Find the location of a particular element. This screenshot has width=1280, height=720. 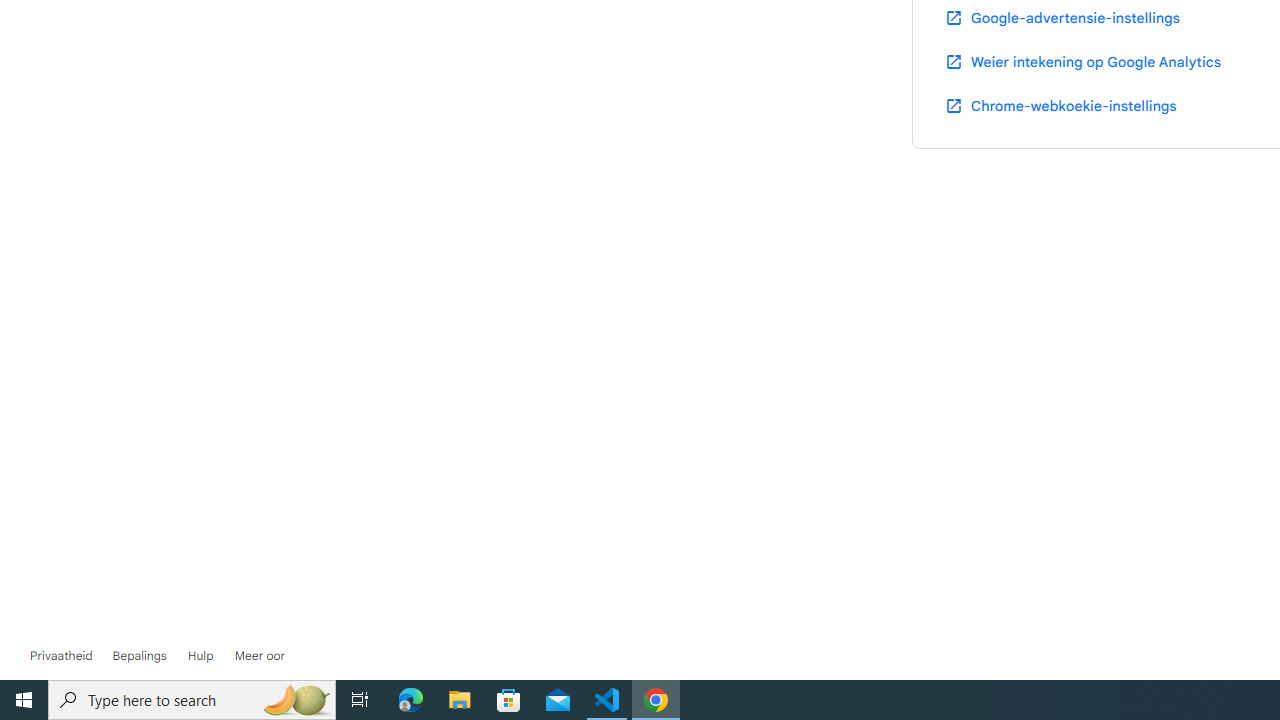

'Bepalings' is located at coordinates (138, 655).